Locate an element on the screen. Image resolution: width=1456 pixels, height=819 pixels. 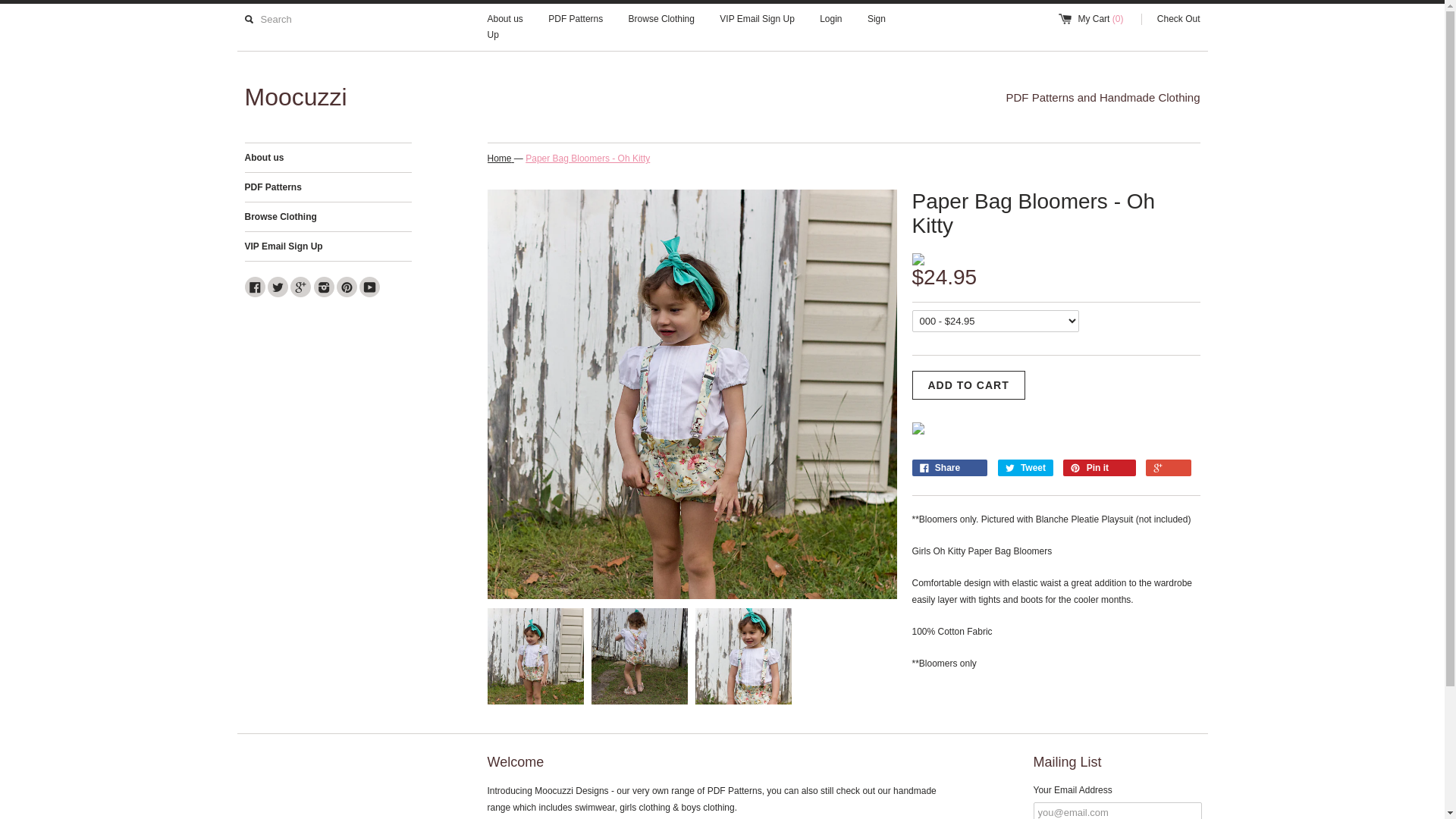
'Sign Up' is located at coordinates (487, 27).